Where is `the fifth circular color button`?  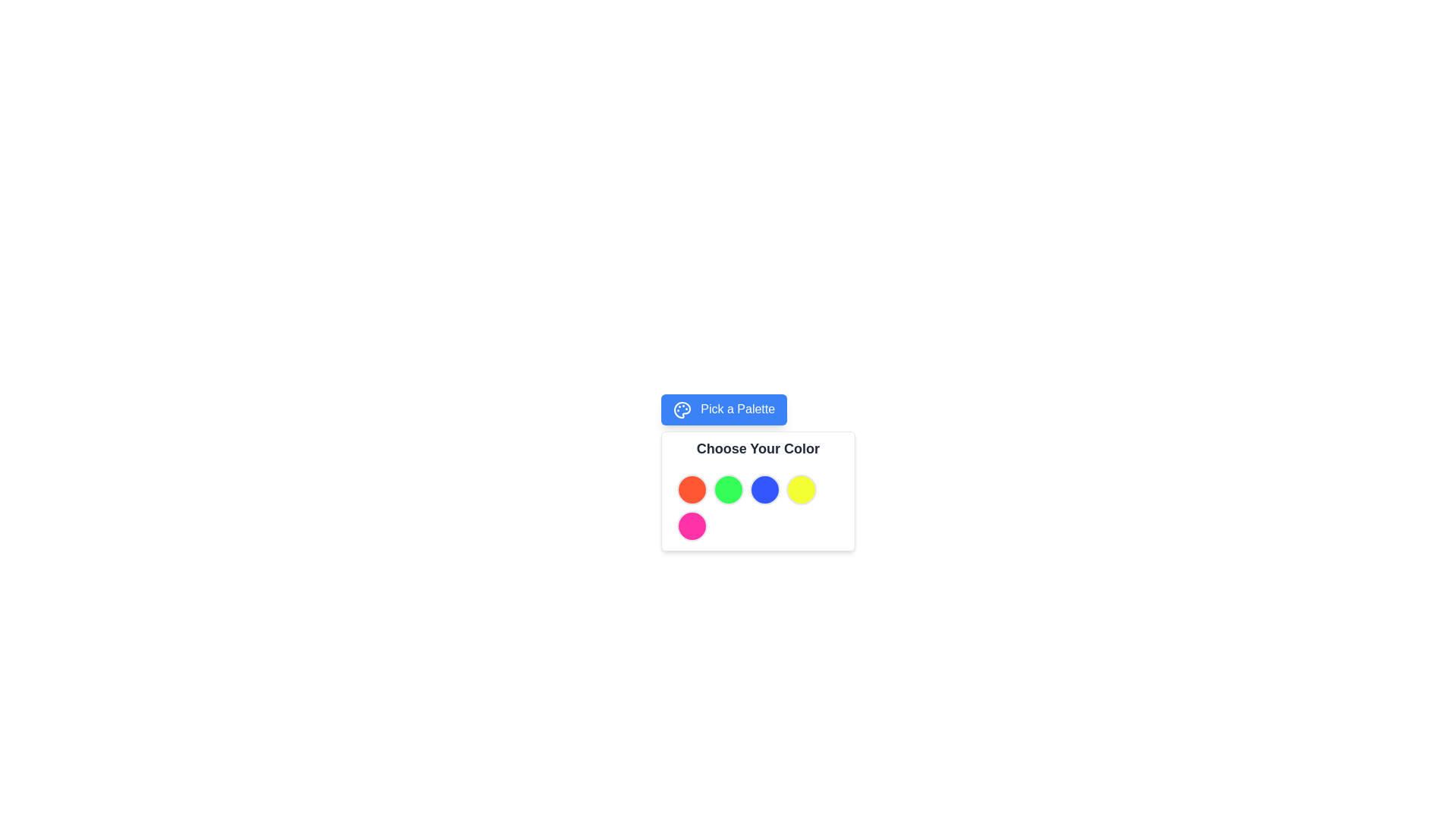 the fifth circular color button is located at coordinates (691, 525).